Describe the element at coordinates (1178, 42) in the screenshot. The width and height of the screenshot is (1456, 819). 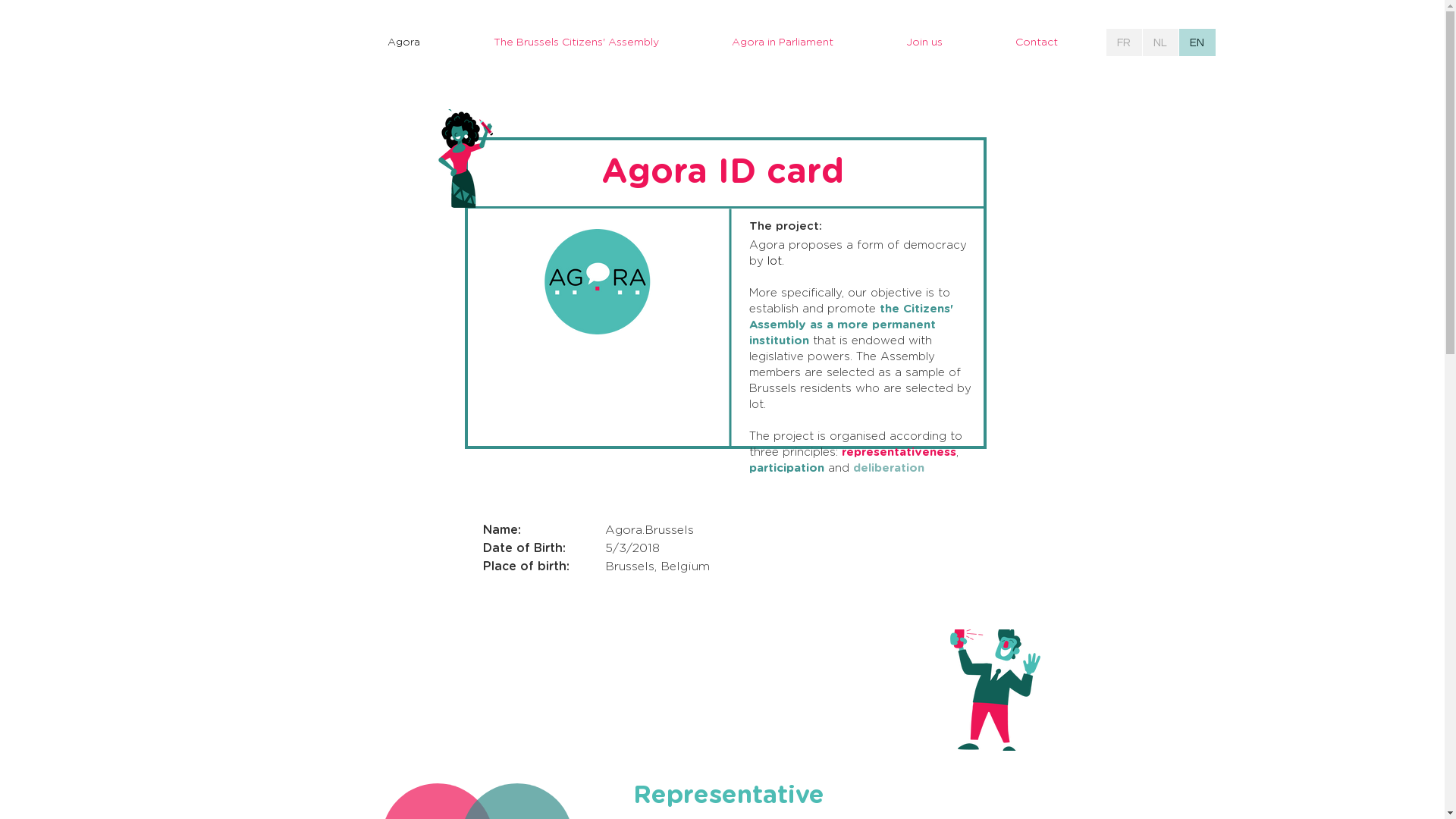
I see `'EN'` at that location.